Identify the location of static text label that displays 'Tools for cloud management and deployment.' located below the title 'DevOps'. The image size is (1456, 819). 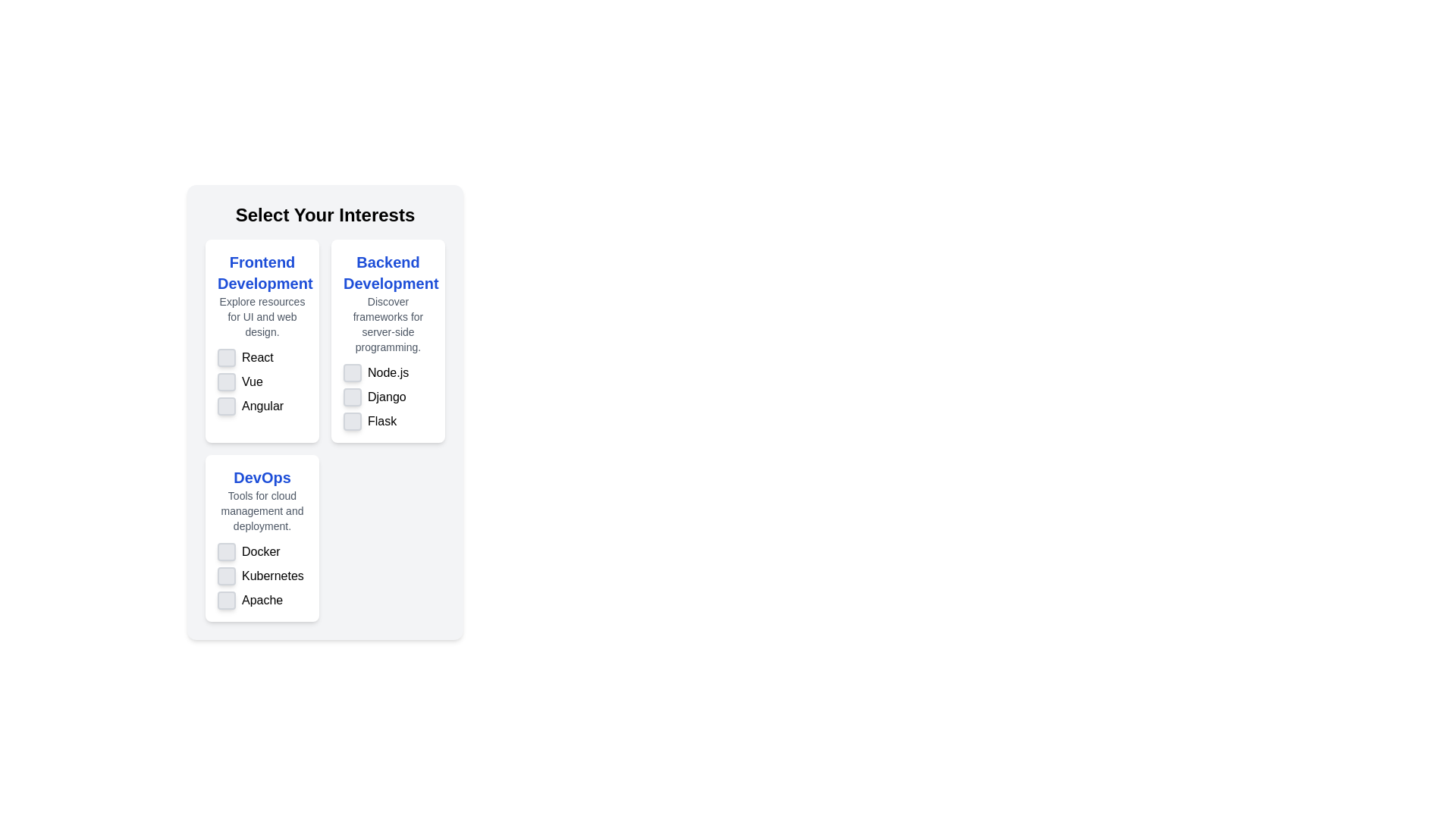
(262, 511).